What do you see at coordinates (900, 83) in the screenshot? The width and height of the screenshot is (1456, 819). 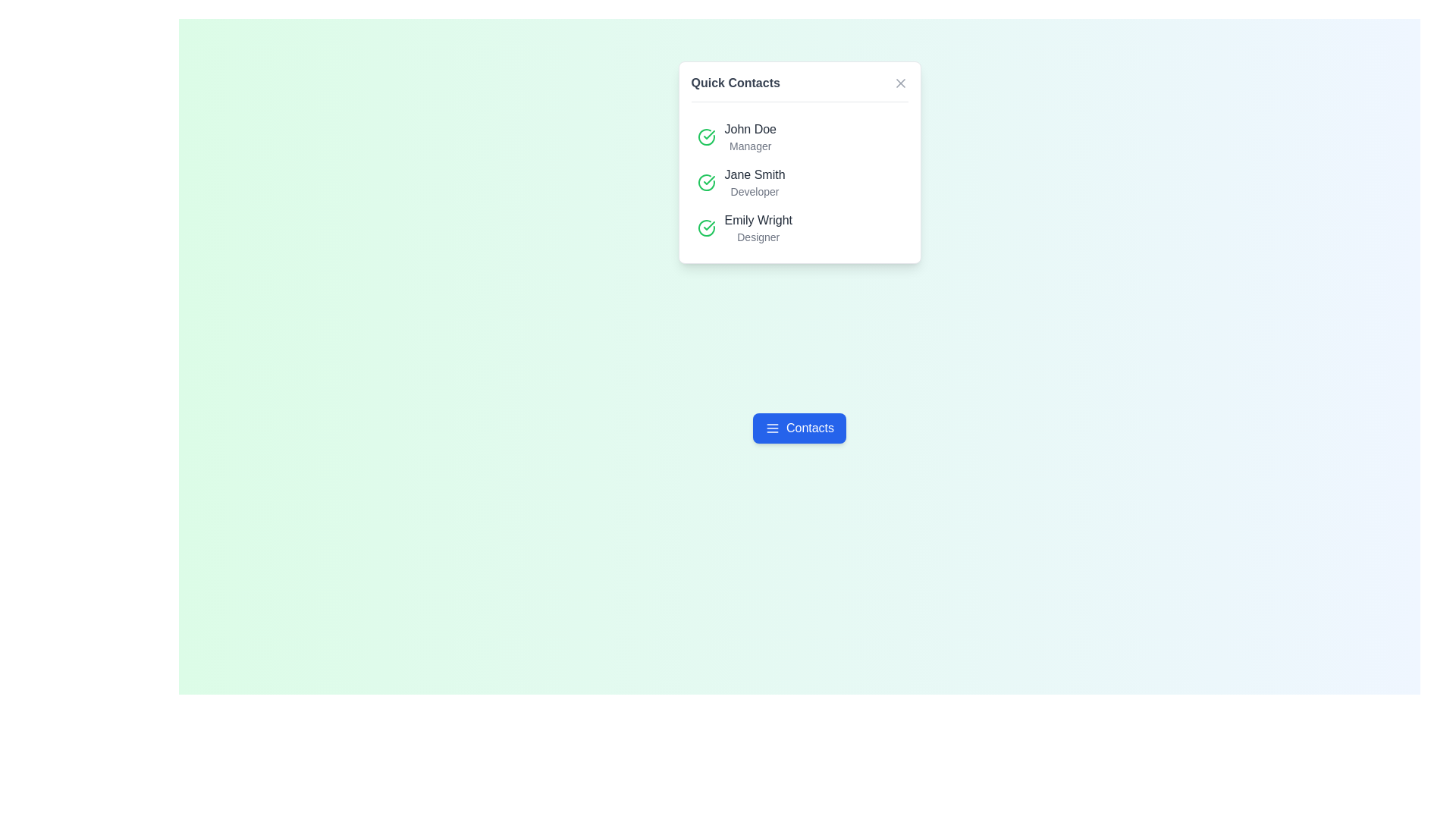 I see `the close button, which is a small X-shaped icon located at the top right corner of the 'Quick Contacts' dialog box` at bounding box center [900, 83].